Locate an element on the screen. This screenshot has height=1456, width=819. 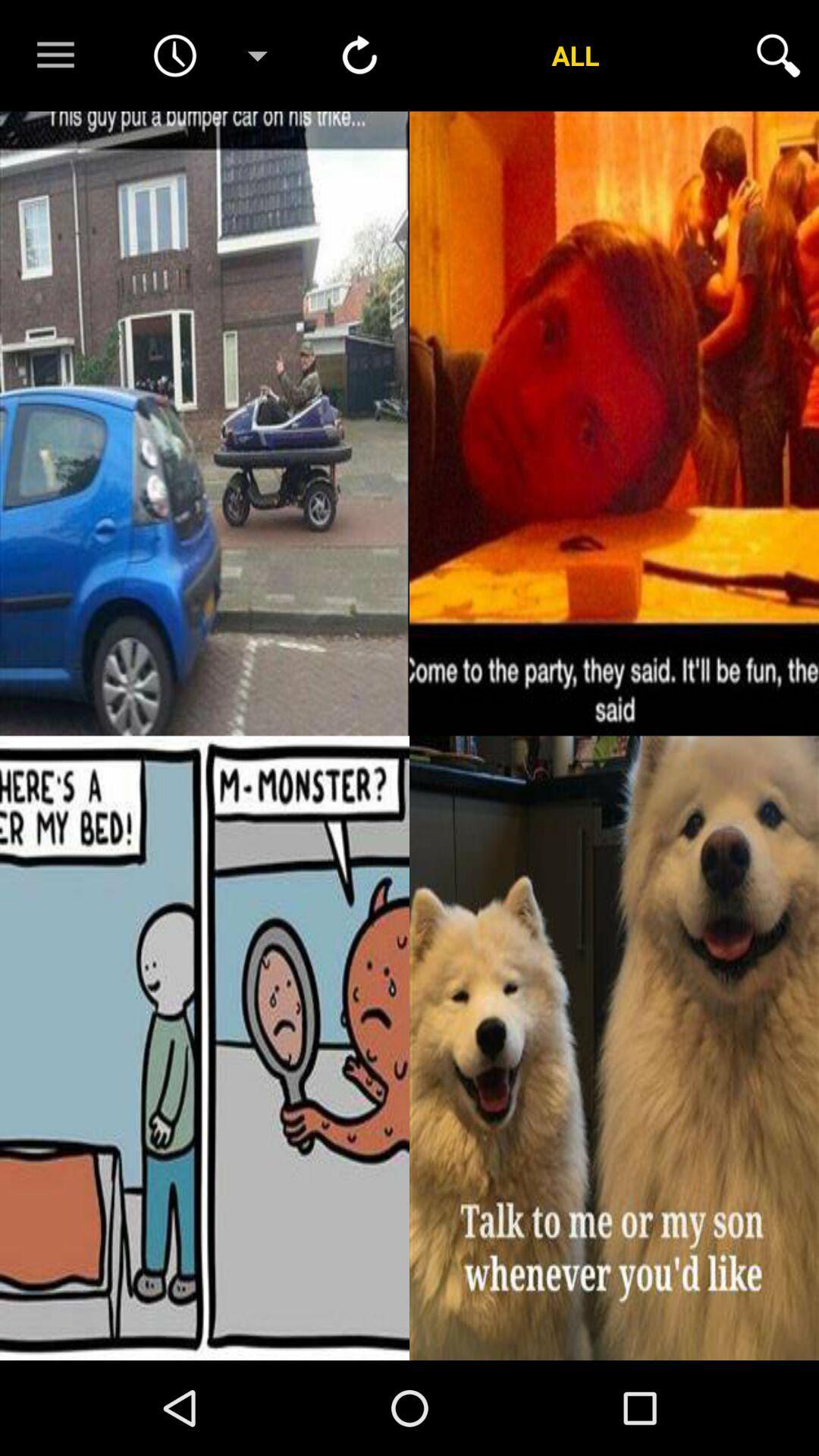
refresh option is located at coordinates (359, 55).